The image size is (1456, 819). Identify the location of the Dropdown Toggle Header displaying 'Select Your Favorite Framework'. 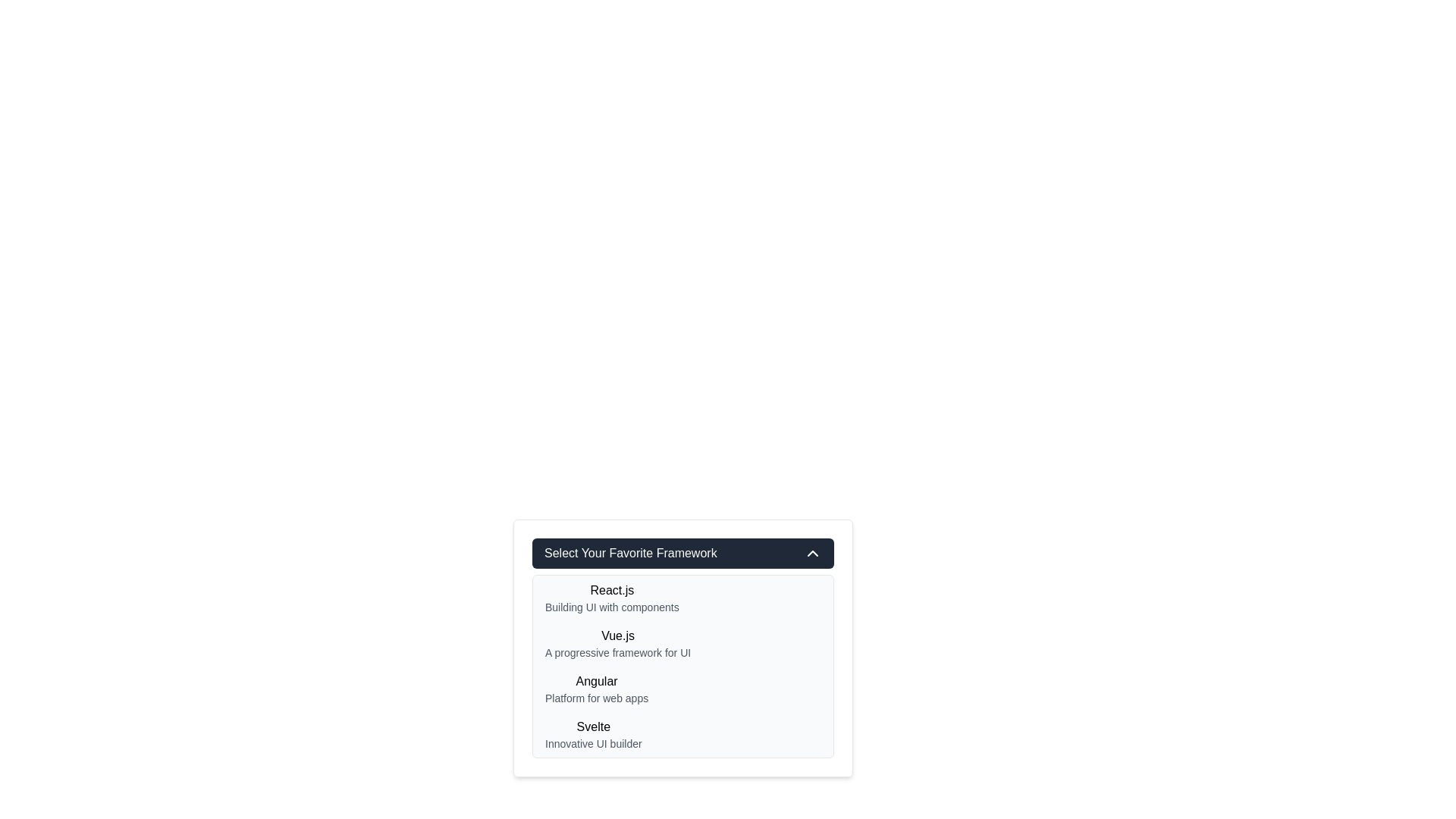
(682, 553).